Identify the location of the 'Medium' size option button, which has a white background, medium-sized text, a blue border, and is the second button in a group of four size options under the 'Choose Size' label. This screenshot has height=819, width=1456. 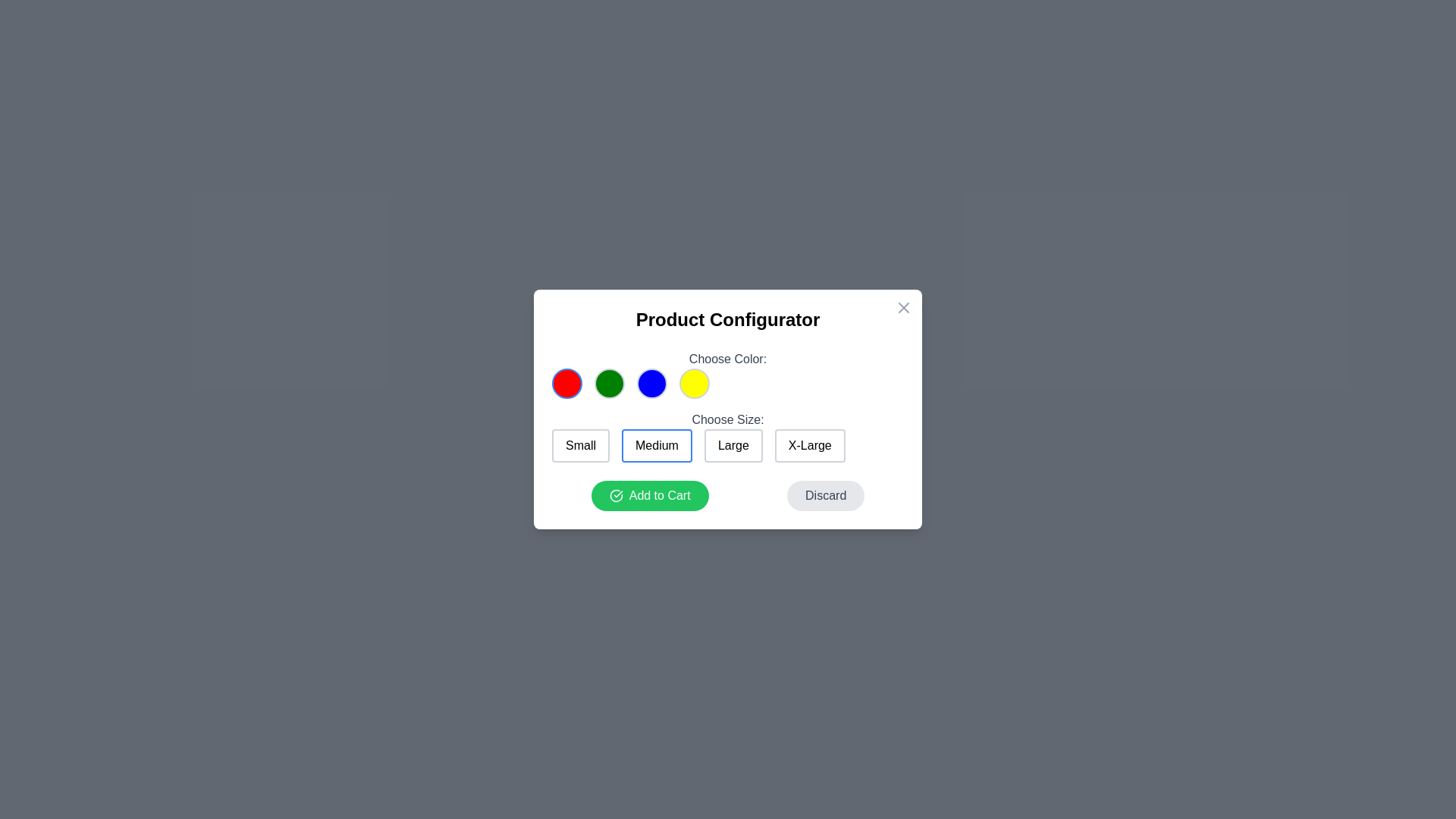
(657, 444).